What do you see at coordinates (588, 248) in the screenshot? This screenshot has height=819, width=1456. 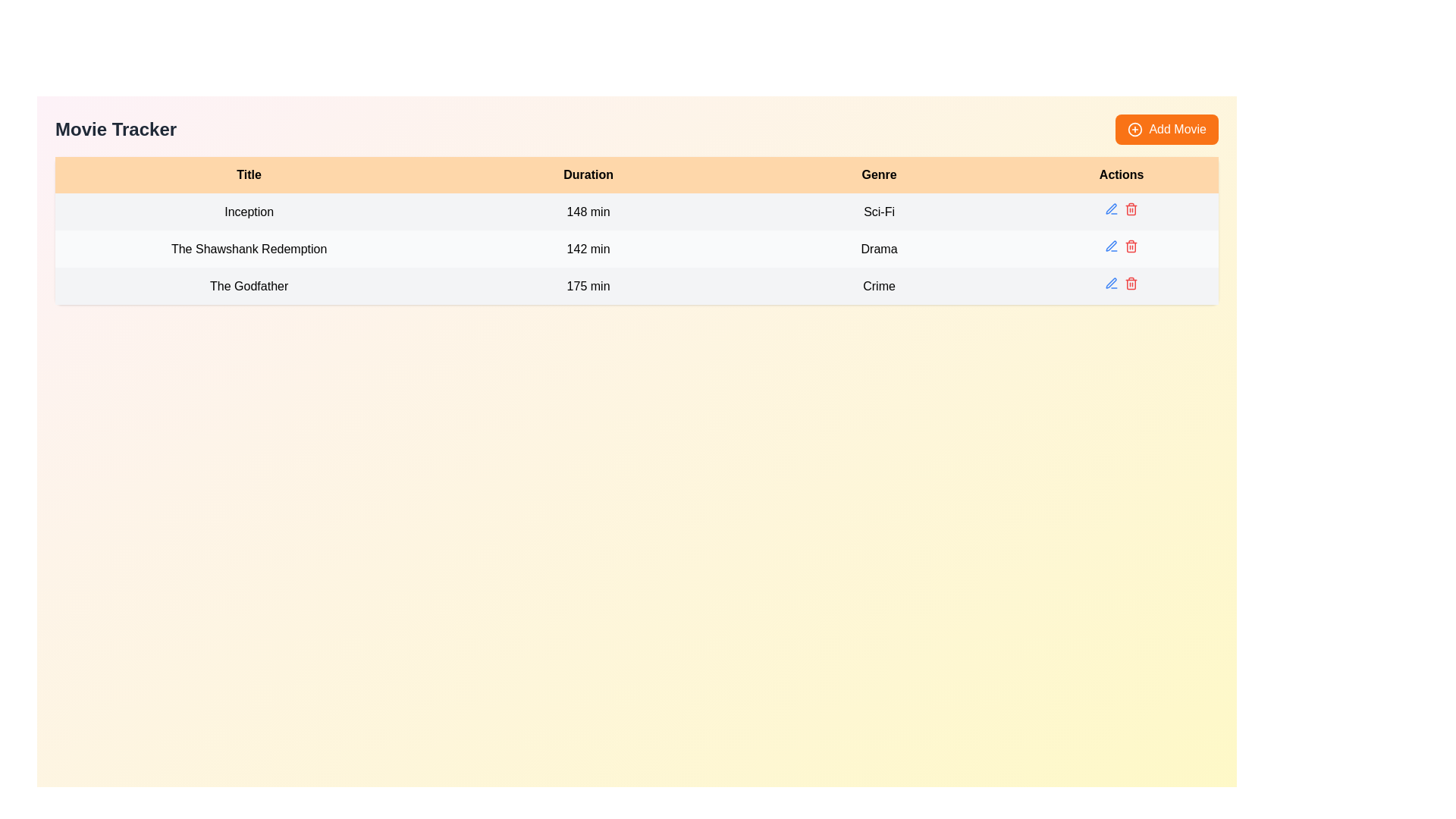 I see `the text displaying '142 min' in the 'Duration' column for the movie 'The Shawshank Redemption'` at bounding box center [588, 248].